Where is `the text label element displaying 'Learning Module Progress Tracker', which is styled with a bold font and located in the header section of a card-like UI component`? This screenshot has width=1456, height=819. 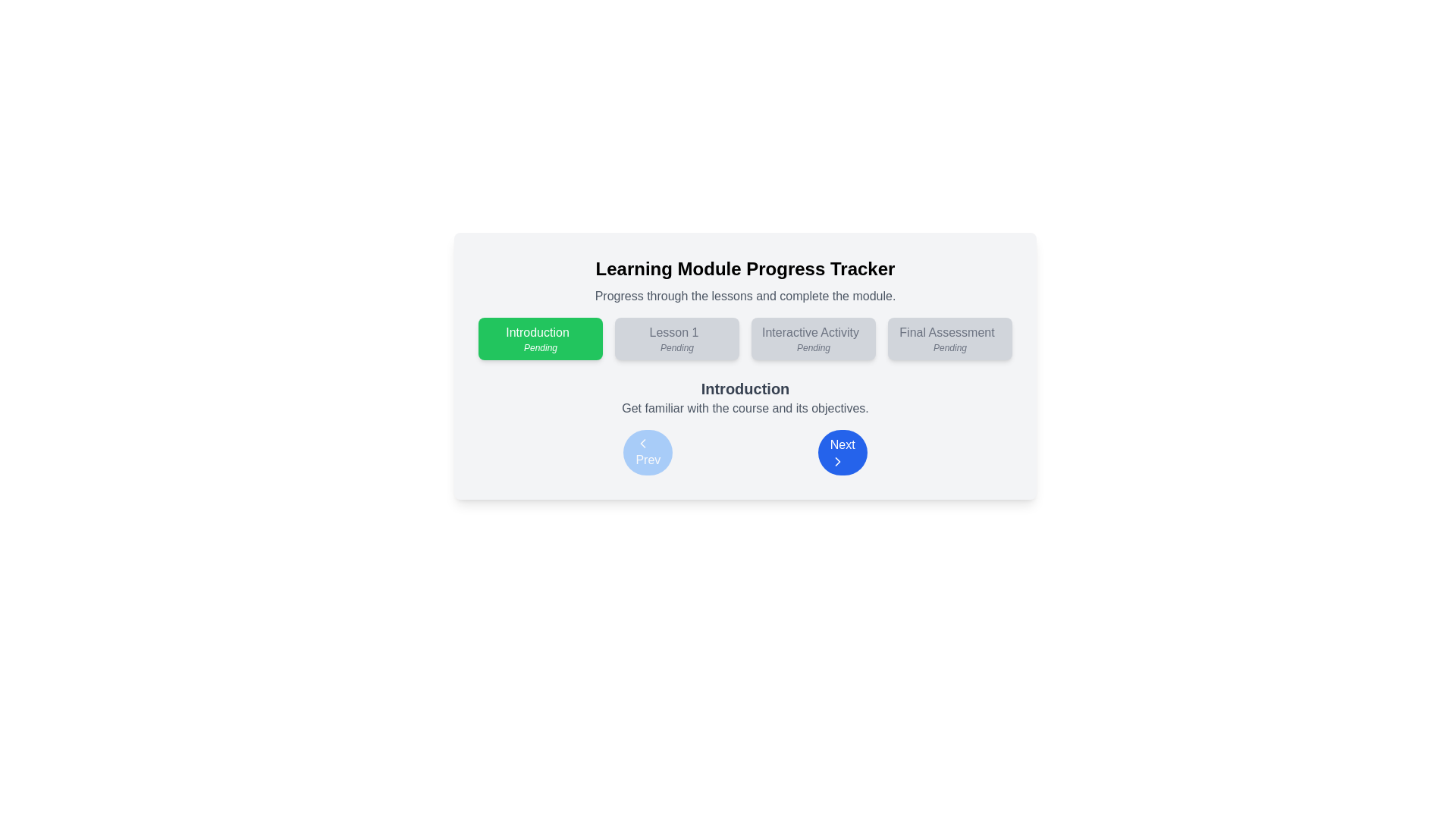
the text label element displaying 'Learning Module Progress Tracker', which is styled with a bold font and located in the header section of a card-like UI component is located at coordinates (745, 268).